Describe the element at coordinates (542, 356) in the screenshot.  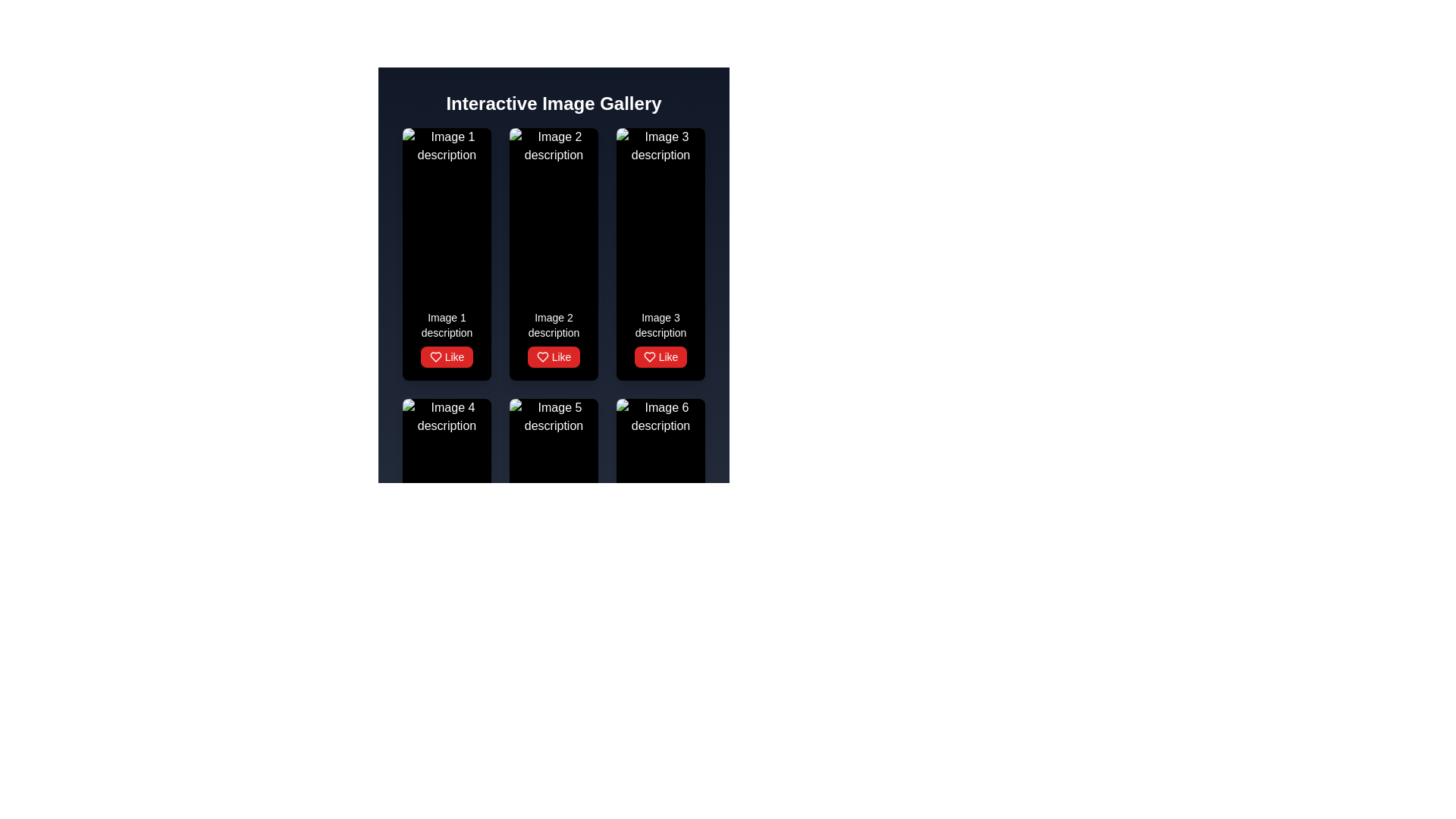
I see `the heart-shaped icon rendered in solid red color within the 'Like' button in the second column of the first row` at that location.